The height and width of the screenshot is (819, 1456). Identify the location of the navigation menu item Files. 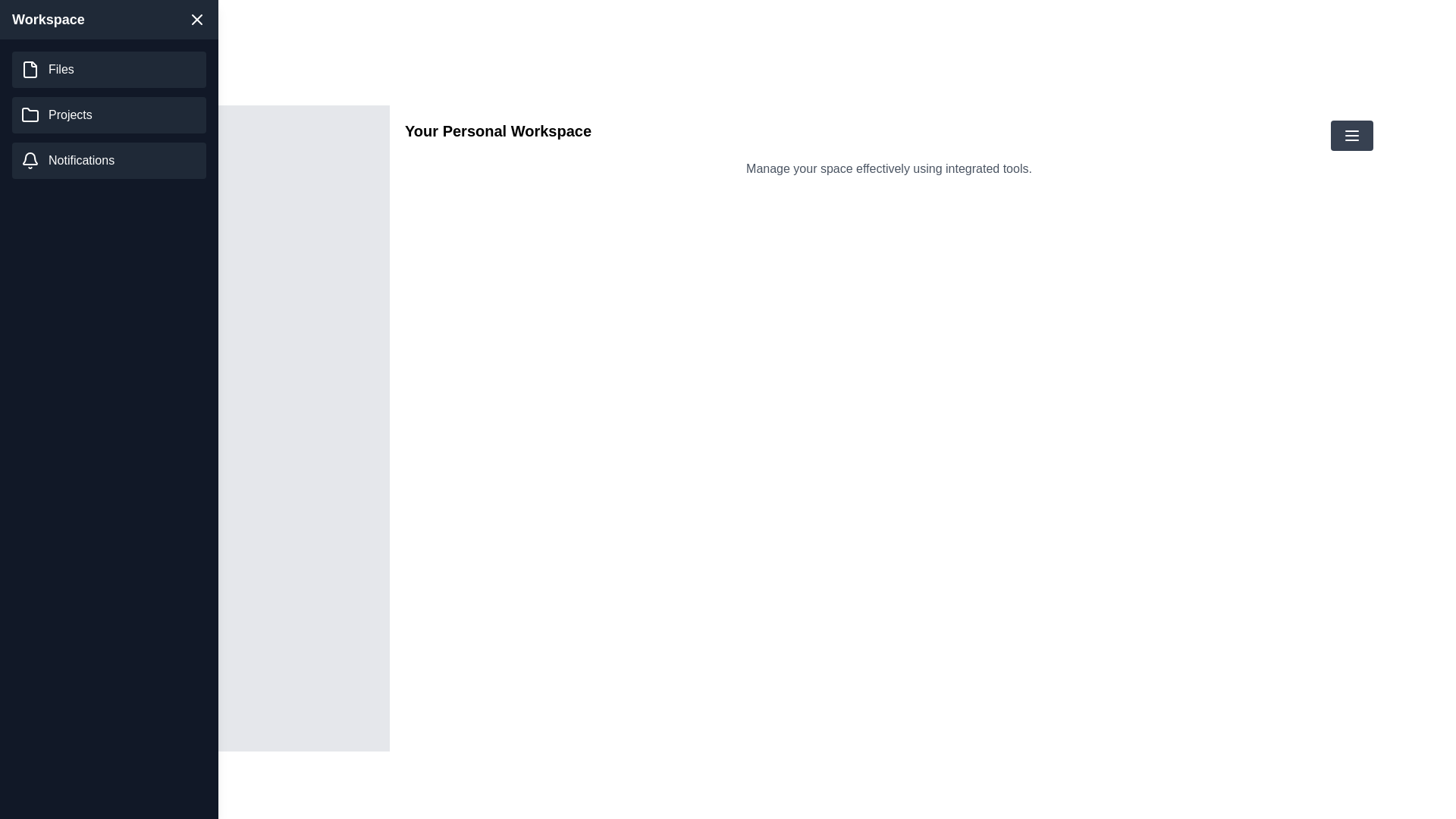
(108, 70).